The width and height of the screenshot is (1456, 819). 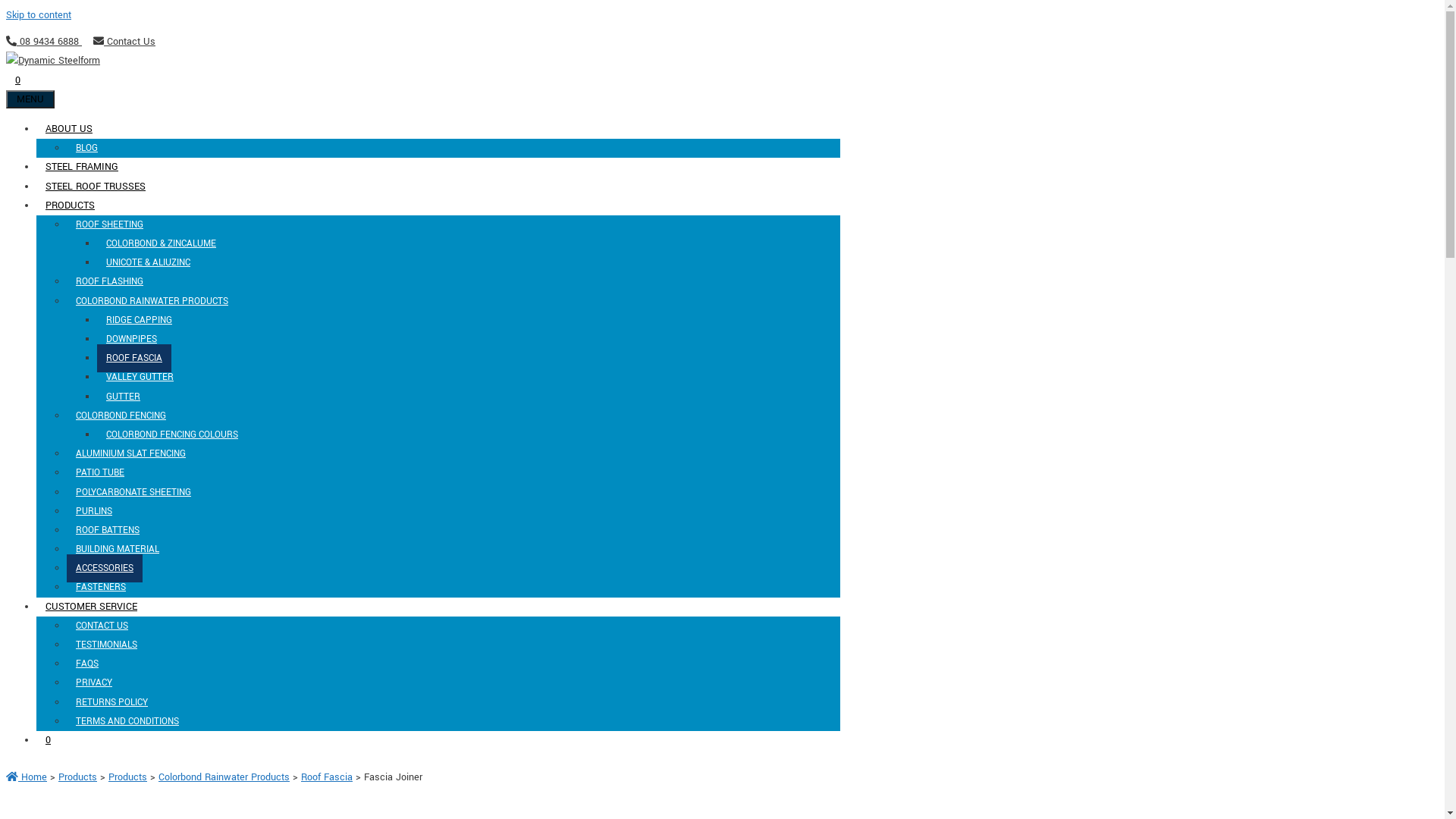 I want to click on '08 9434 6888', so click(x=49, y=40).